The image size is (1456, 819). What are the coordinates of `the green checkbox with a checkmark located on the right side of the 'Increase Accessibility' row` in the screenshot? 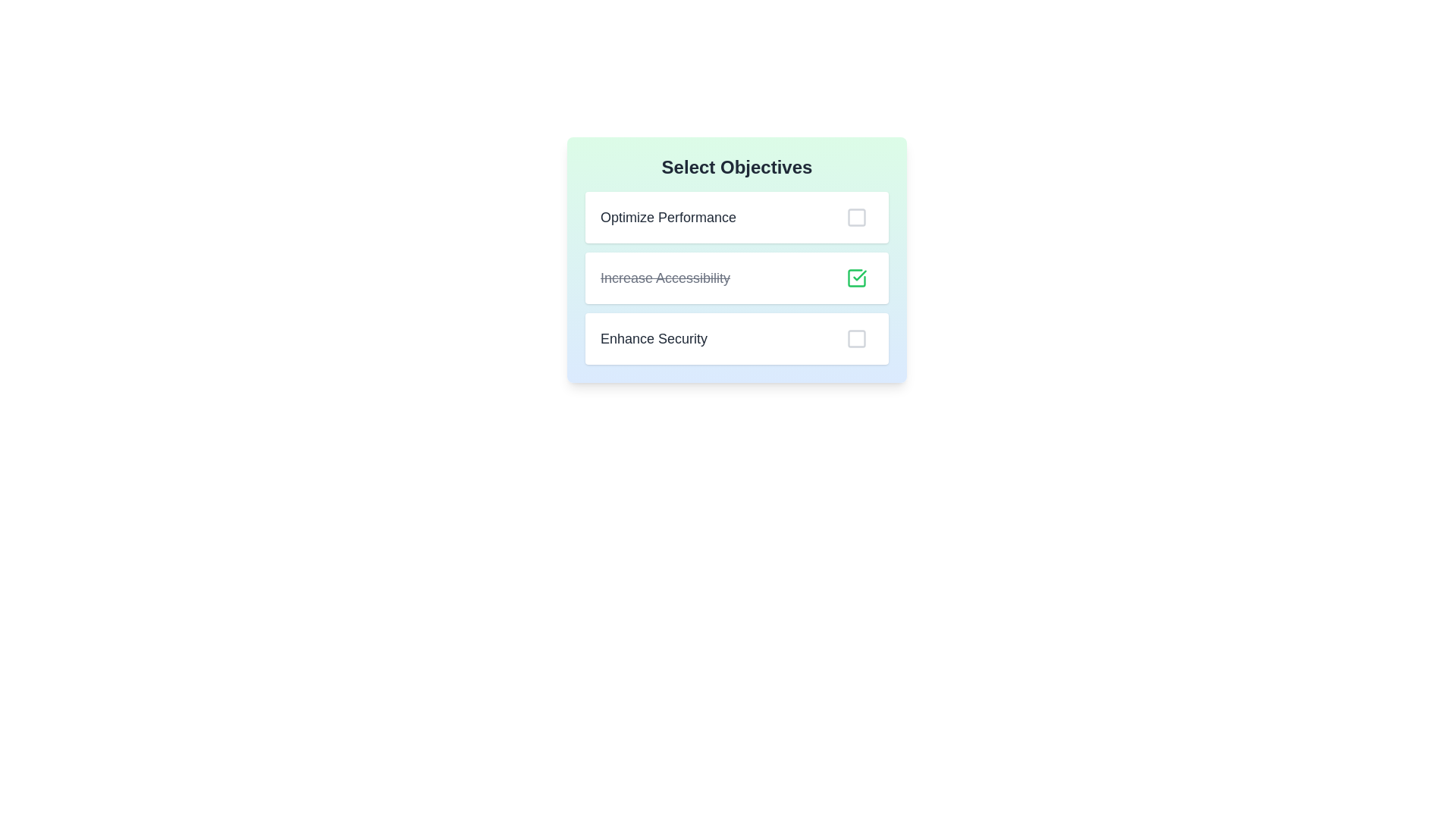 It's located at (856, 278).